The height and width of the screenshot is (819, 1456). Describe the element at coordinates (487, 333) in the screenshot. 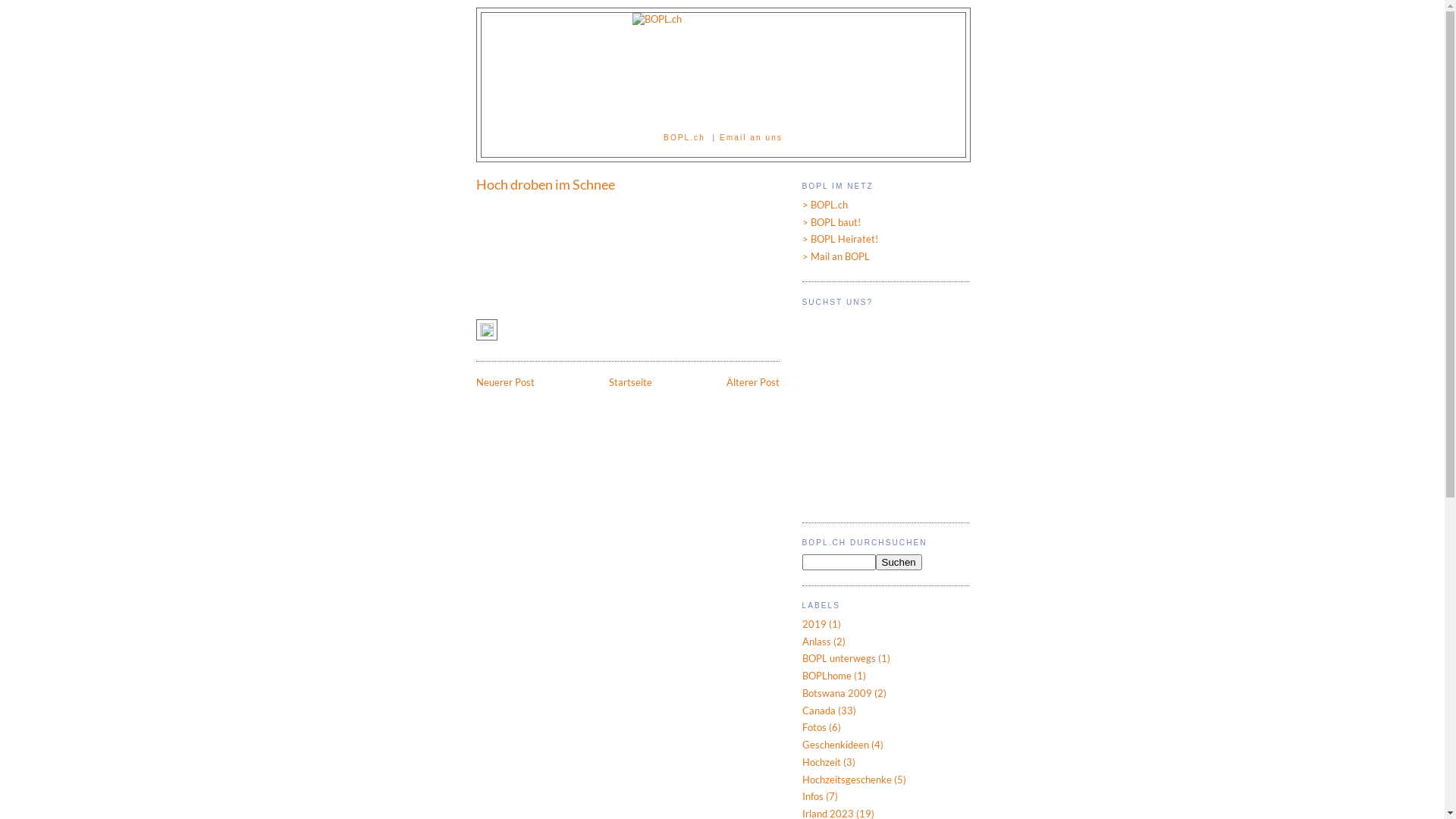

I see `'Post bearbeiten'` at that location.